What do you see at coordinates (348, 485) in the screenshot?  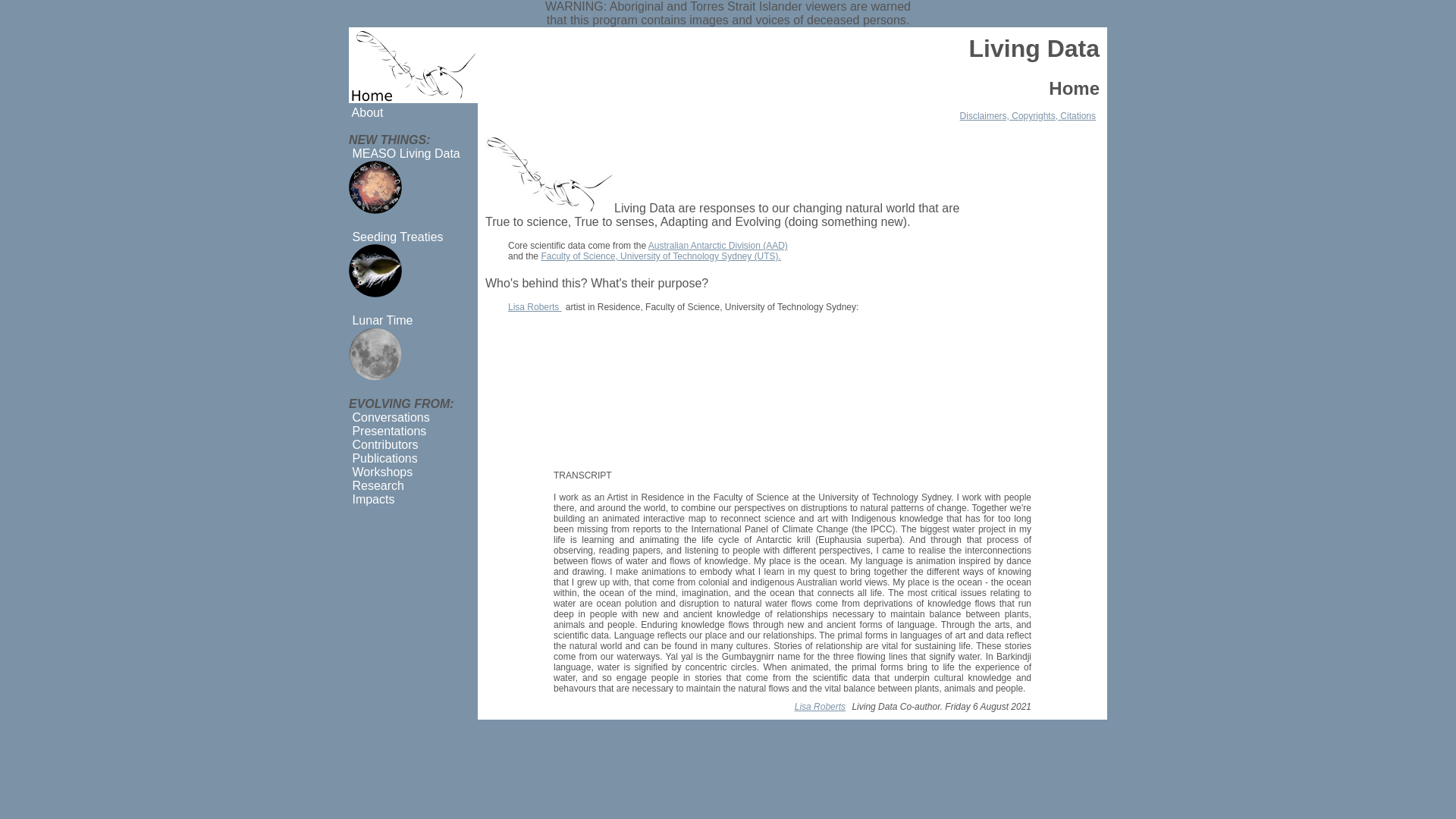 I see `' Research'` at bounding box center [348, 485].